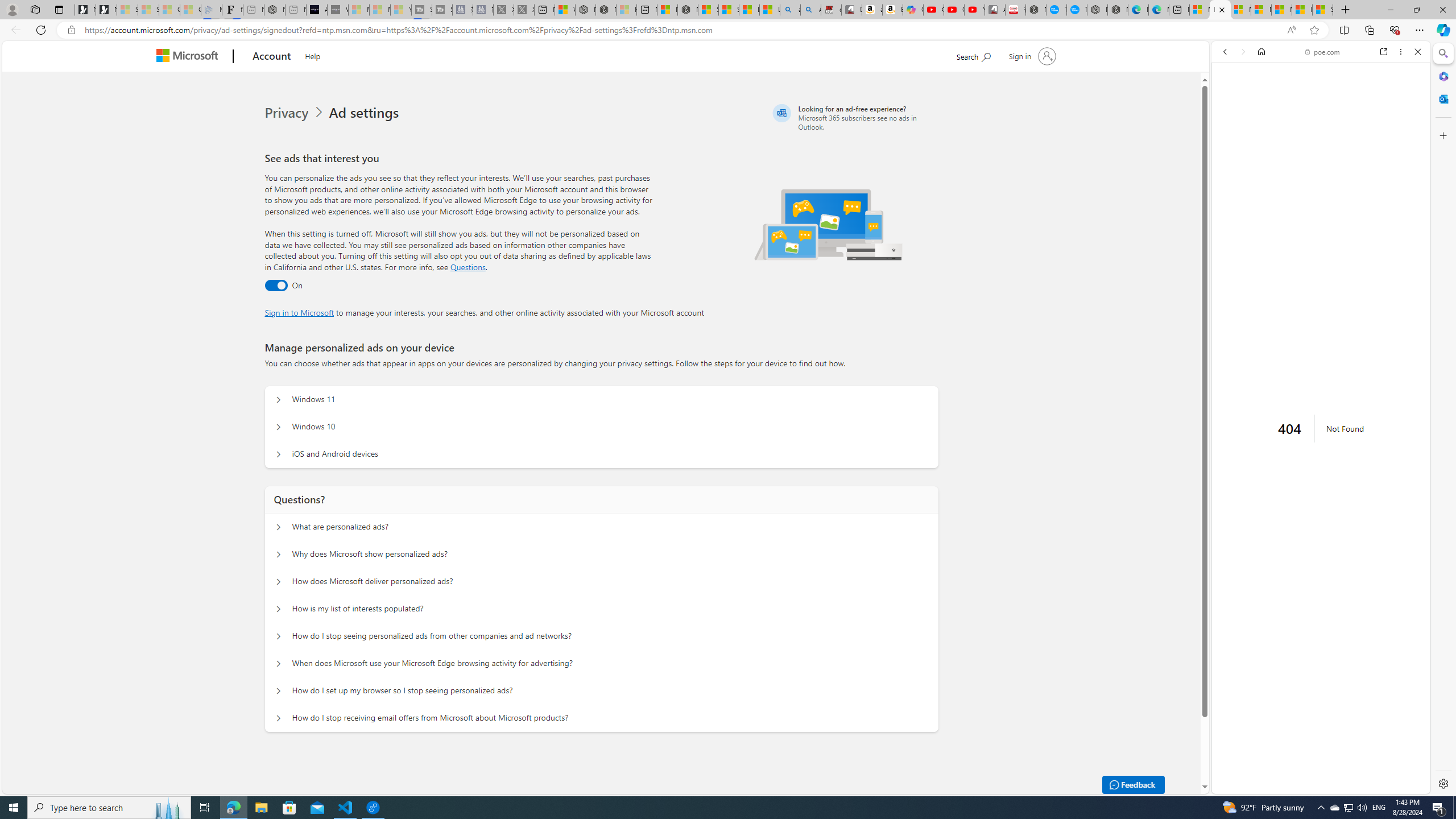 This screenshot has width=1456, height=819. I want to click on 'Forward', so click(1242, 51).